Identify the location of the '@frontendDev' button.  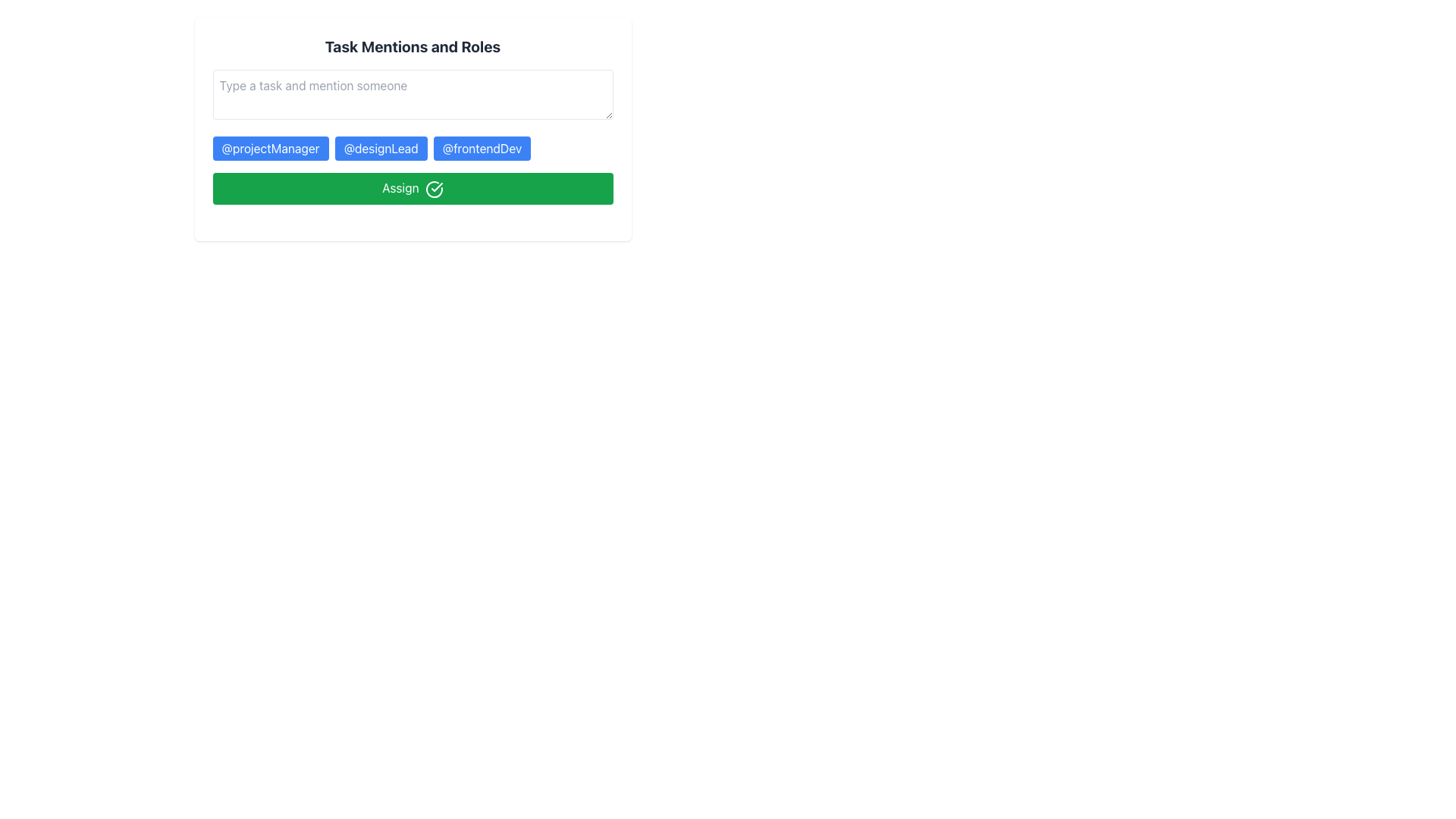
(481, 149).